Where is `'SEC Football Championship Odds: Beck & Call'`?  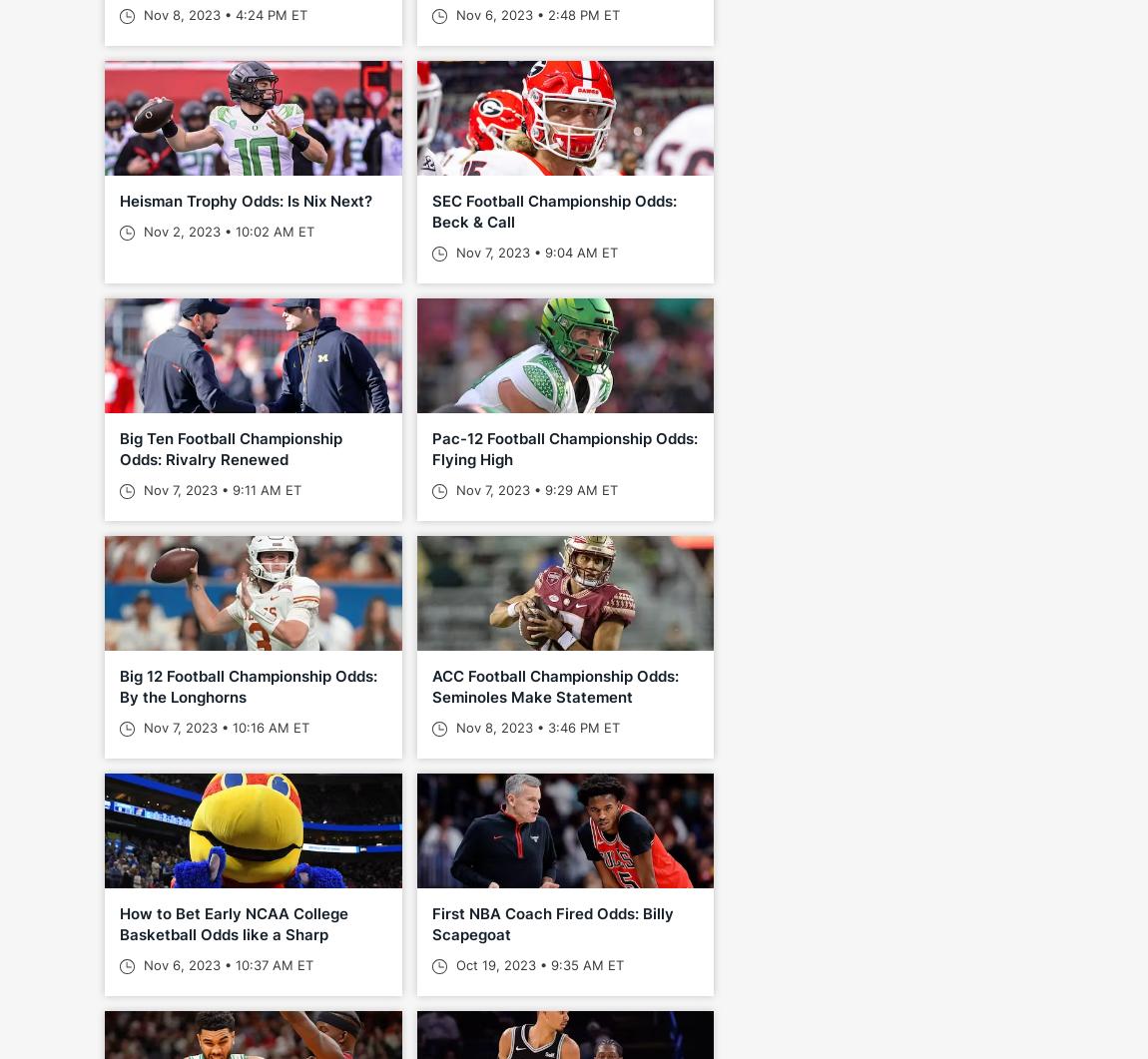
'SEC Football Championship Odds: Beck & Call' is located at coordinates (553, 210).